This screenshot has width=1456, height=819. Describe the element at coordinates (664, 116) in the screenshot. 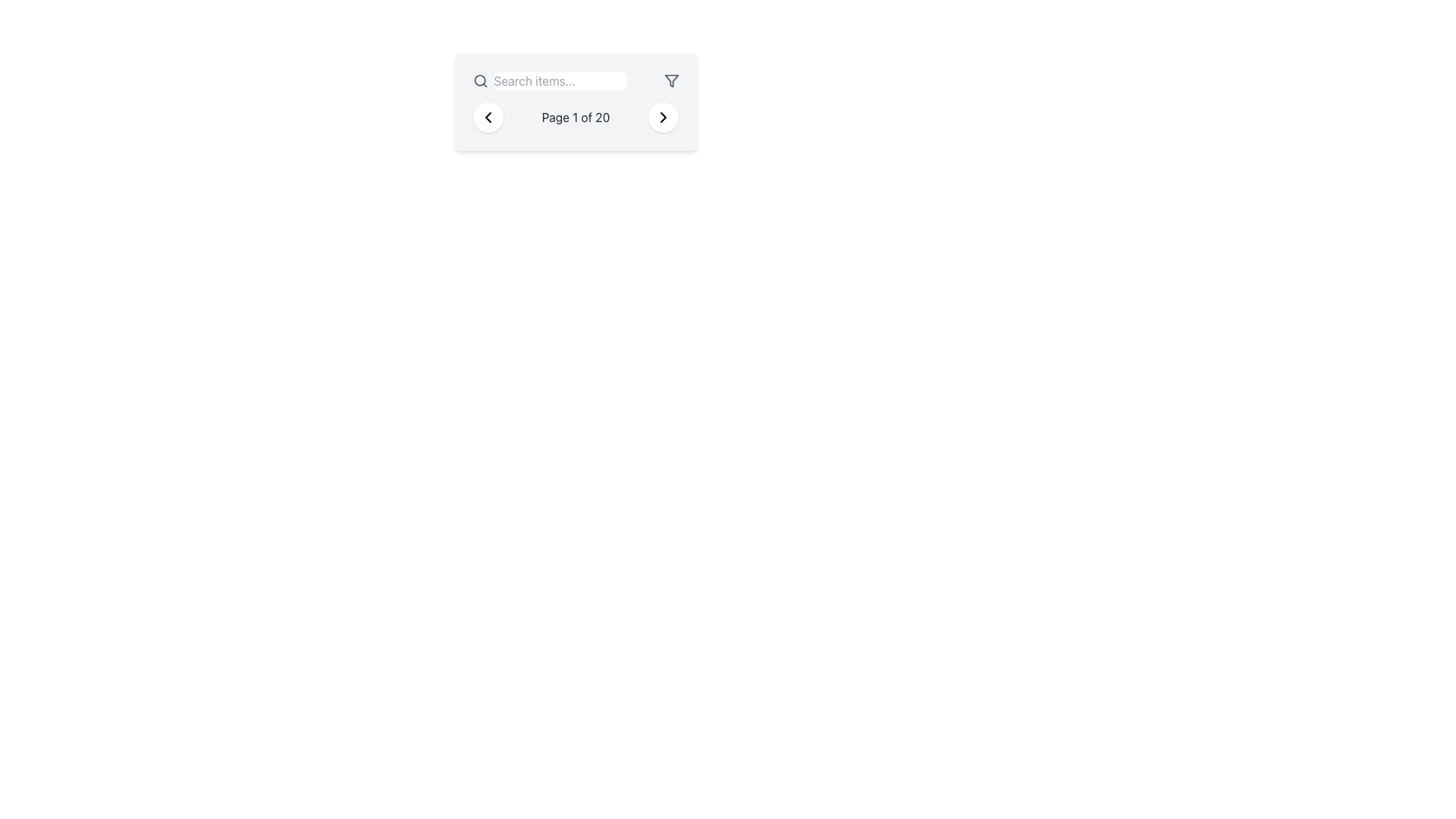

I see `the Chevron Symbol icon located on the rightmost side of the functional toolbar` at that location.